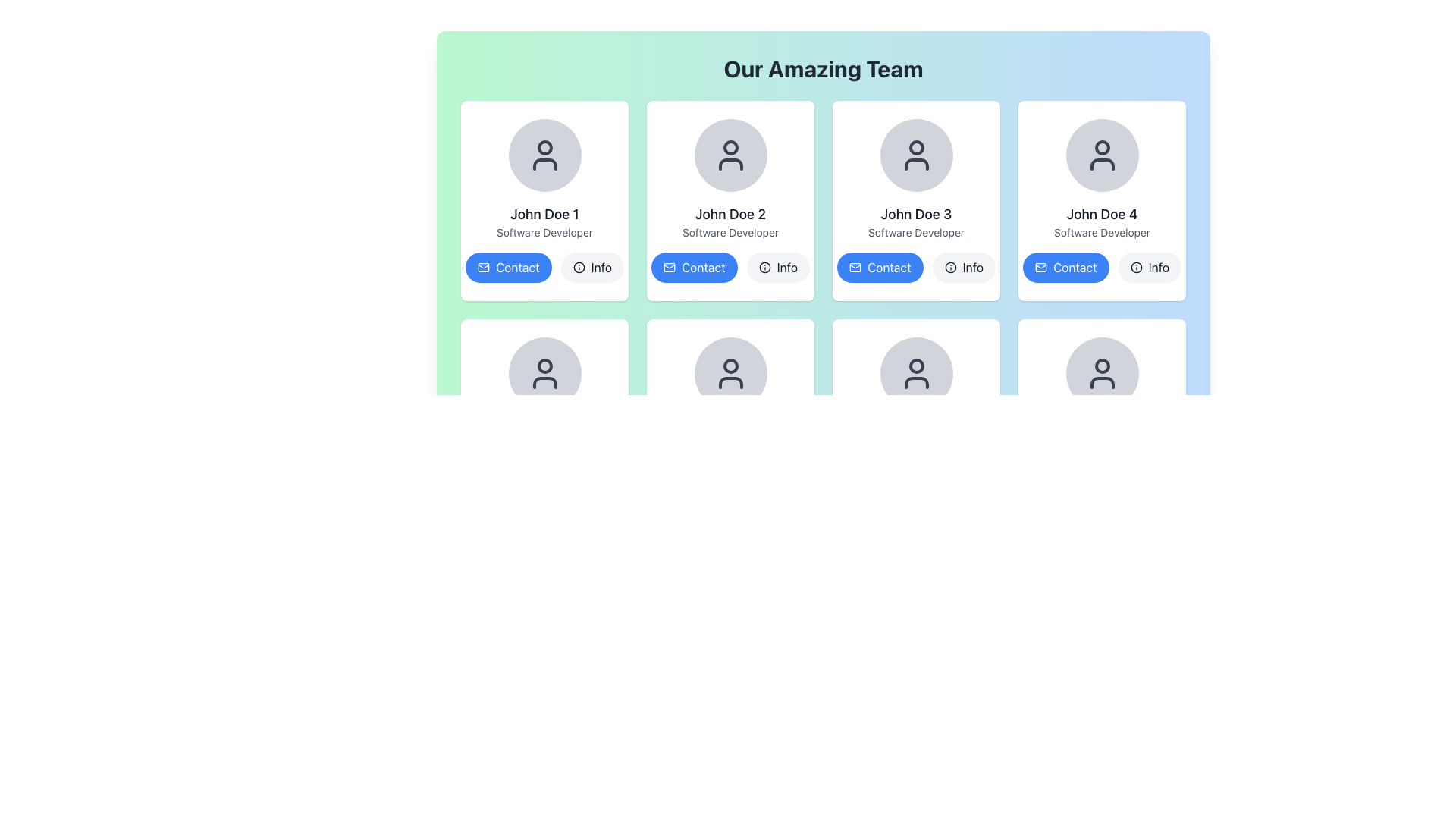 This screenshot has width=1456, height=819. What do you see at coordinates (915, 214) in the screenshot?
I see `the text label reading 'John Doe 3', which is bold and medium-sized, located in the second row and third column of a 2x4 grid layout, within a card format` at bounding box center [915, 214].